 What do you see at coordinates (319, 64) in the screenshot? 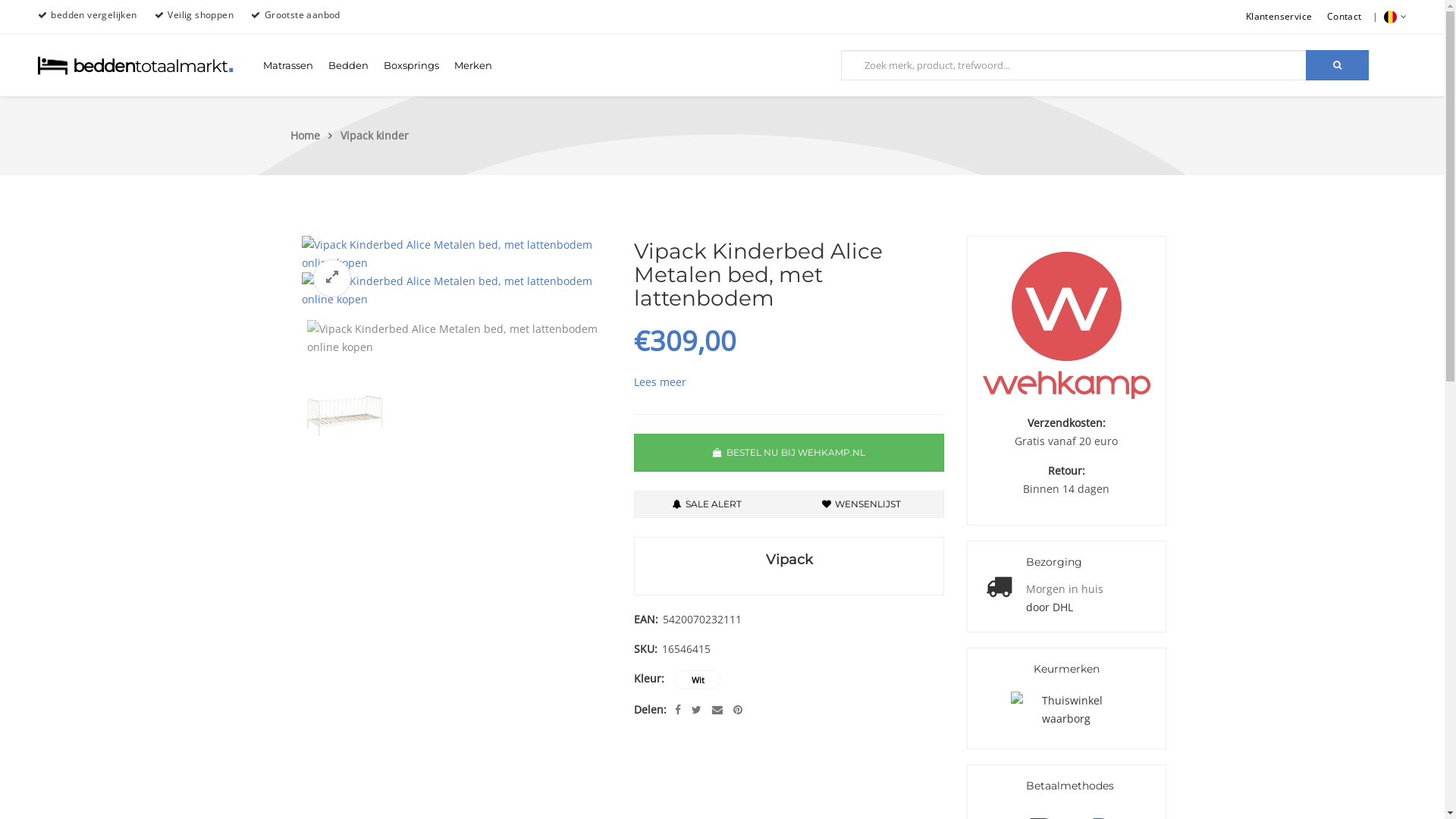
I see `'Bedden'` at bounding box center [319, 64].